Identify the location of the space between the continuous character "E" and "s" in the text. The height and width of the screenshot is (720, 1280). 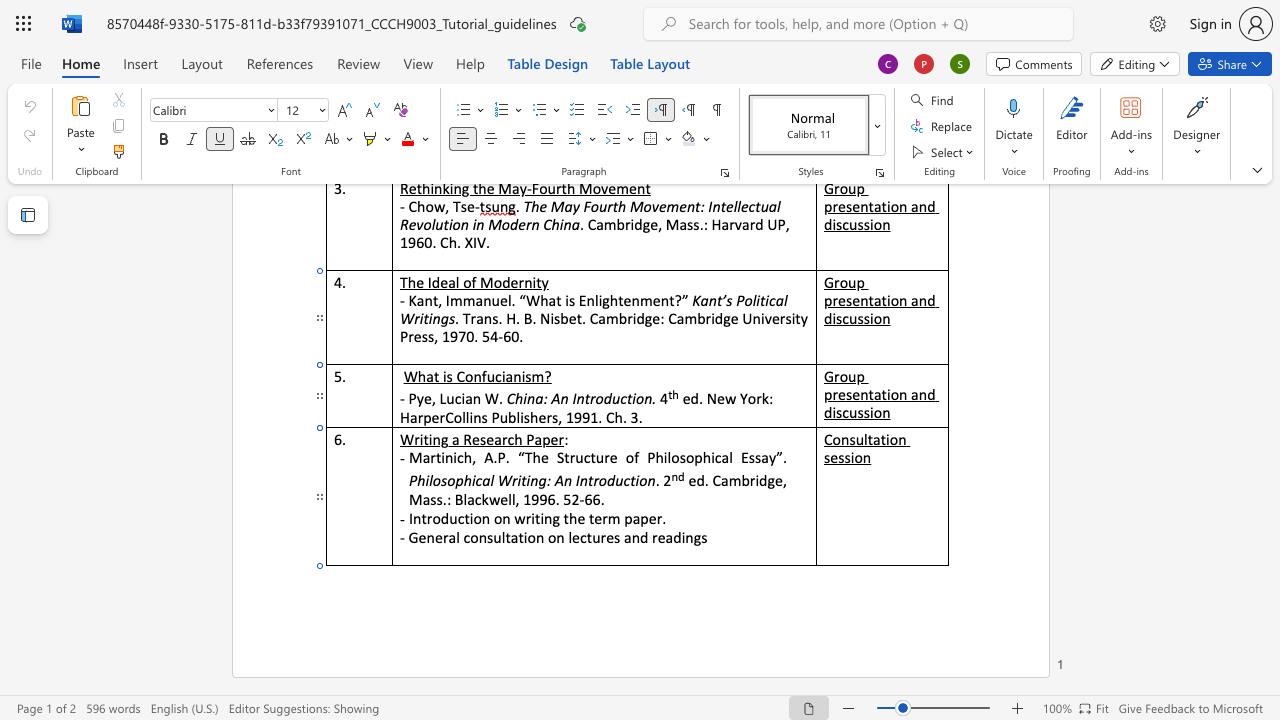
(747, 457).